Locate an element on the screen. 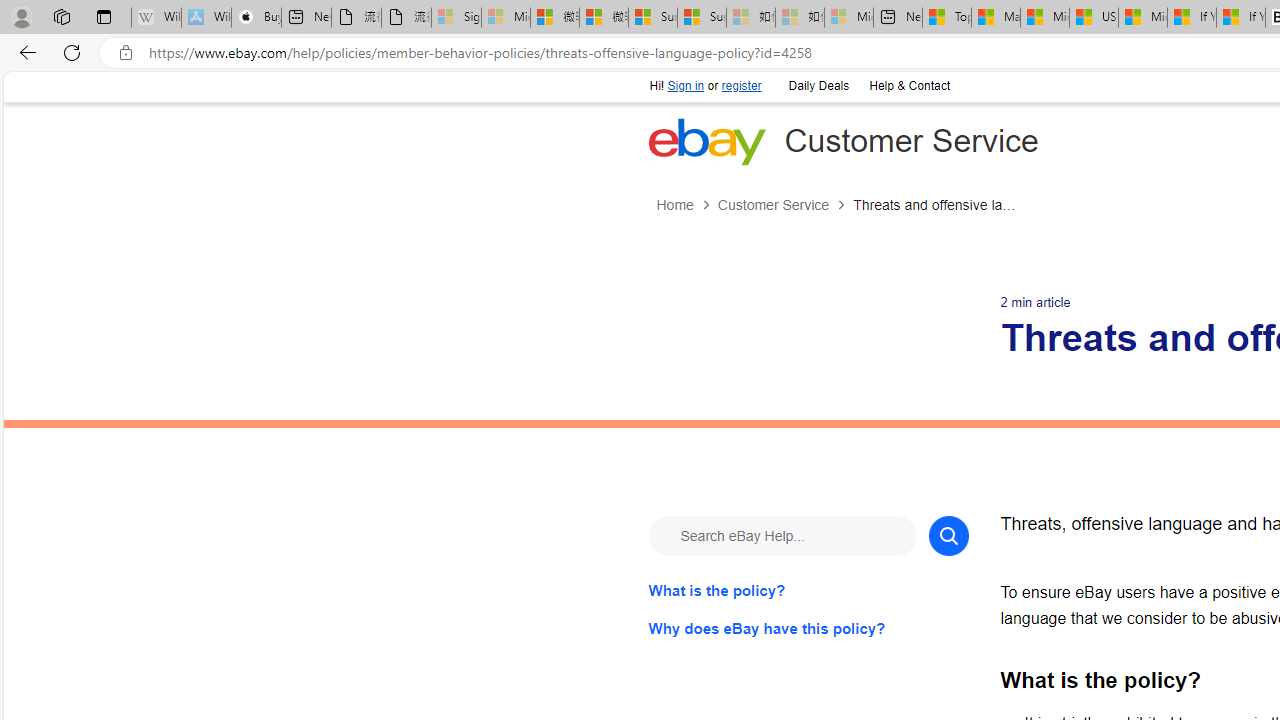 The width and height of the screenshot is (1280, 720). 'Daily Deals' is located at coordinates (819, 86).